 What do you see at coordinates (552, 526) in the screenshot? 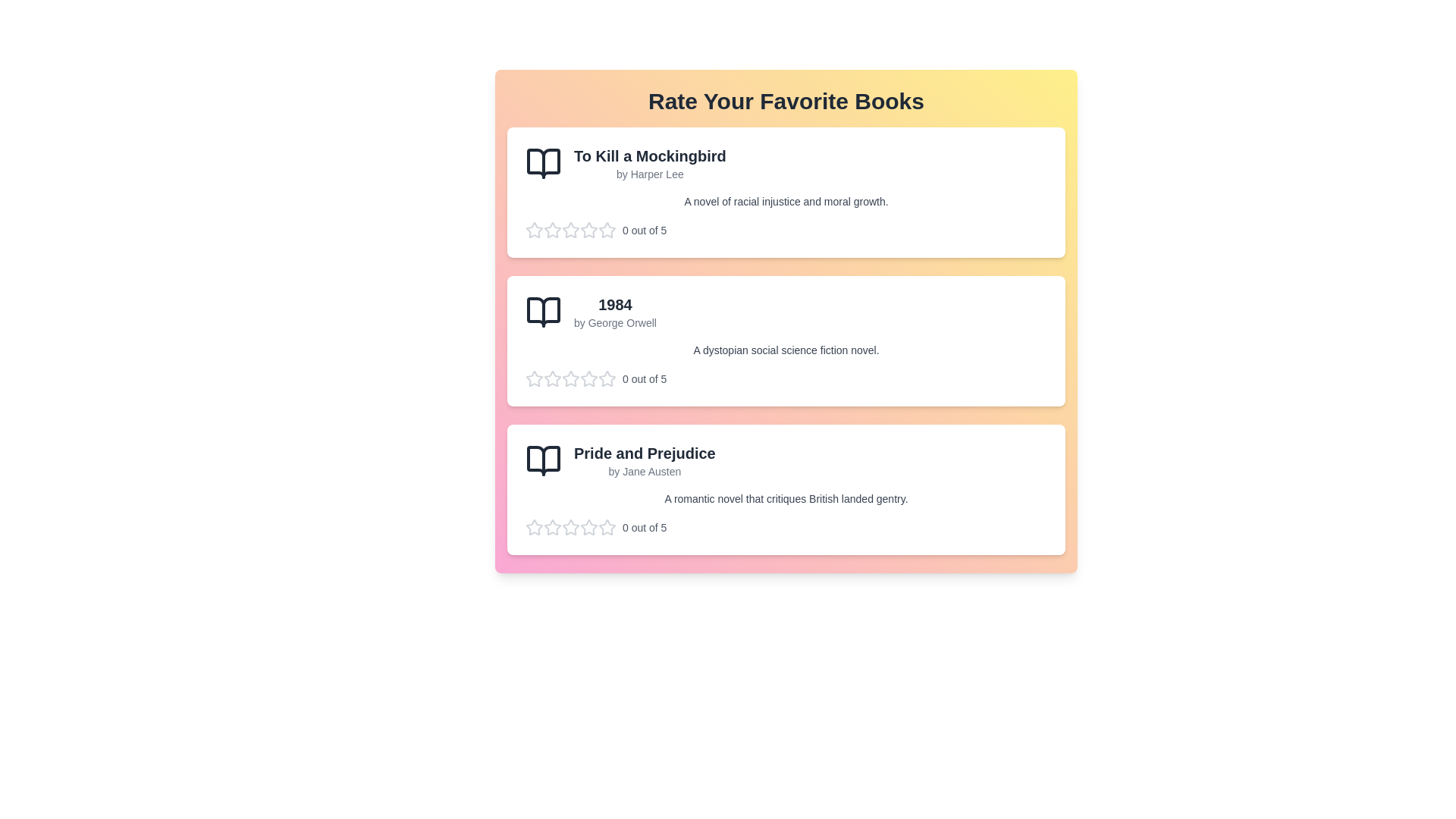
I see `the first hollow star icon in the rating section under the 'Pride and Prejudice' book to rate it` at bounding box center [552, 526].